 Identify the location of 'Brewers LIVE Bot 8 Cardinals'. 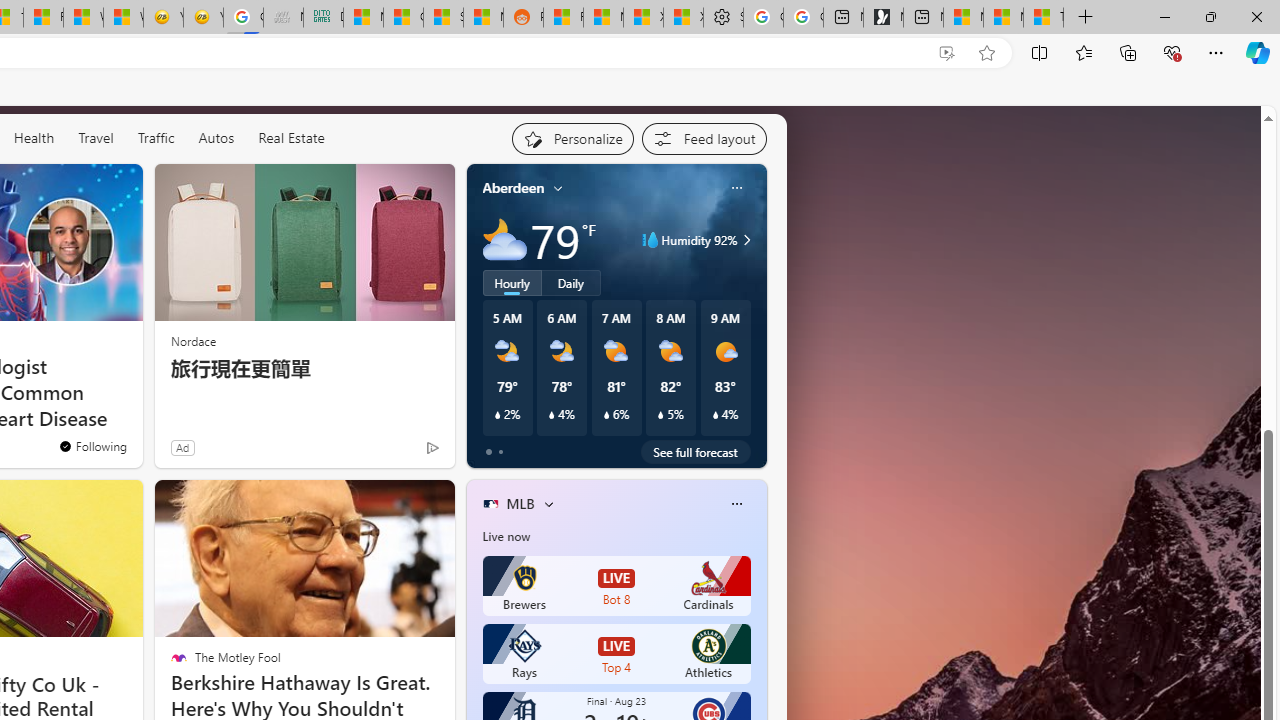
(615, 585).